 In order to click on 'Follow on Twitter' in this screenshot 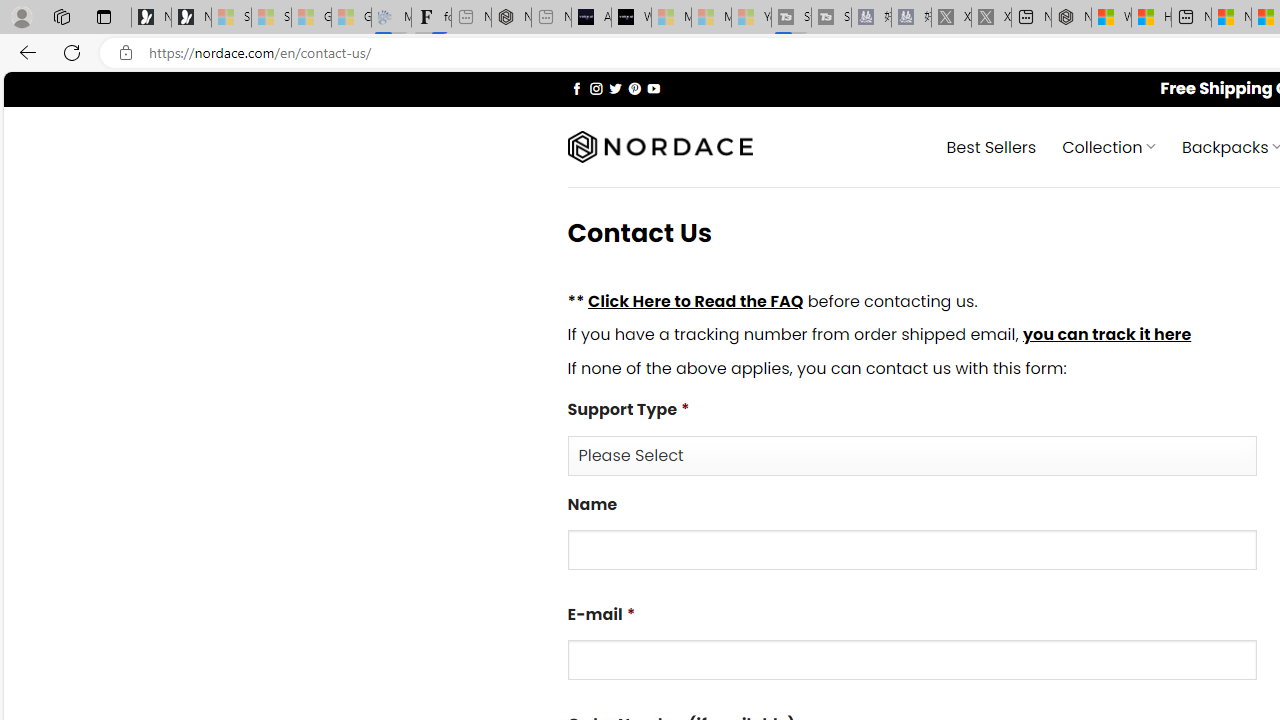, I will do `click(614, 87)`.